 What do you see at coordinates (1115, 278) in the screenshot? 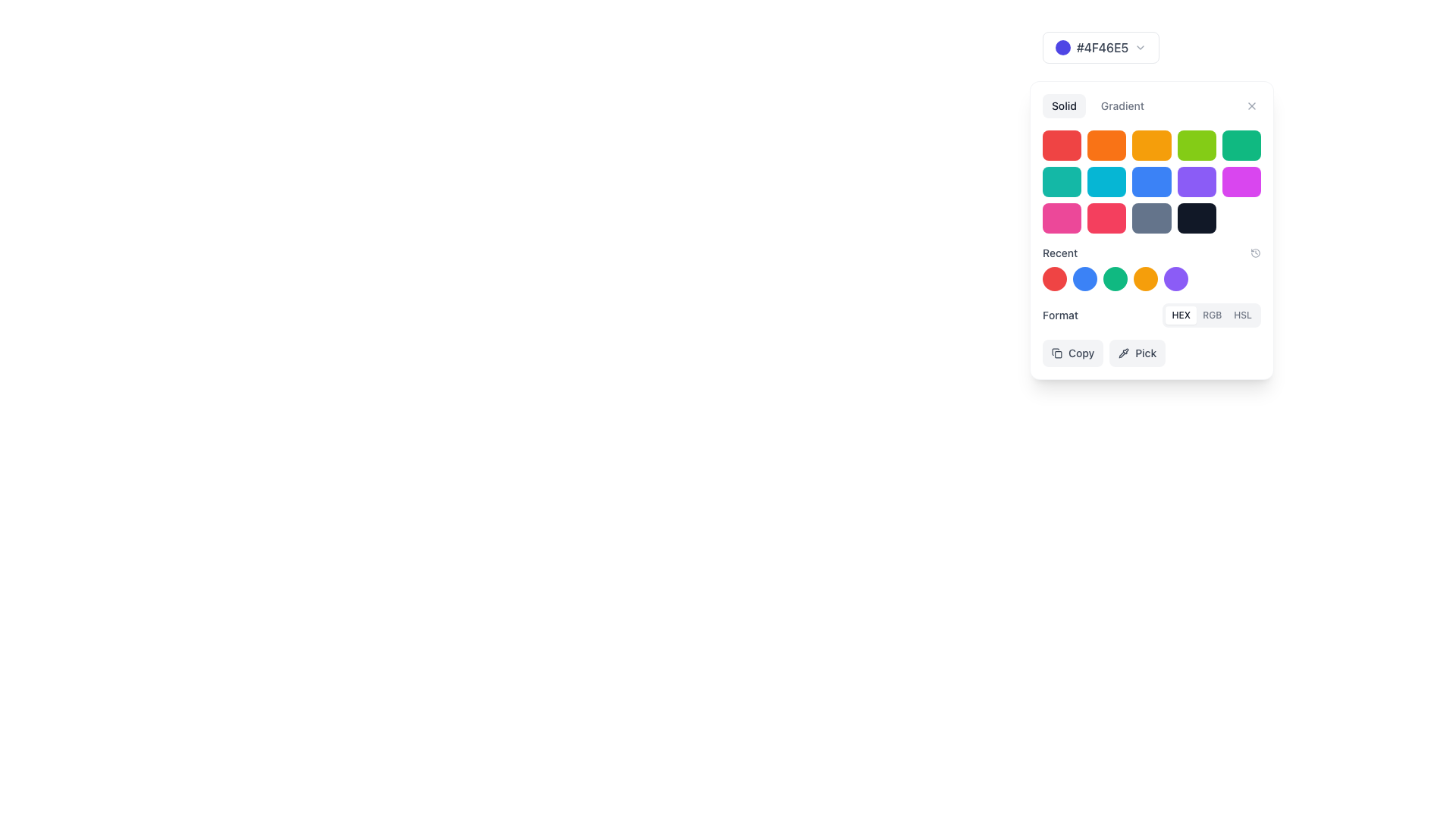
I see `the circular interactive icon, which is a solid green icon with a subtle hover effect, located in the top-right section of the interface` at bounding box center [1115, 278].